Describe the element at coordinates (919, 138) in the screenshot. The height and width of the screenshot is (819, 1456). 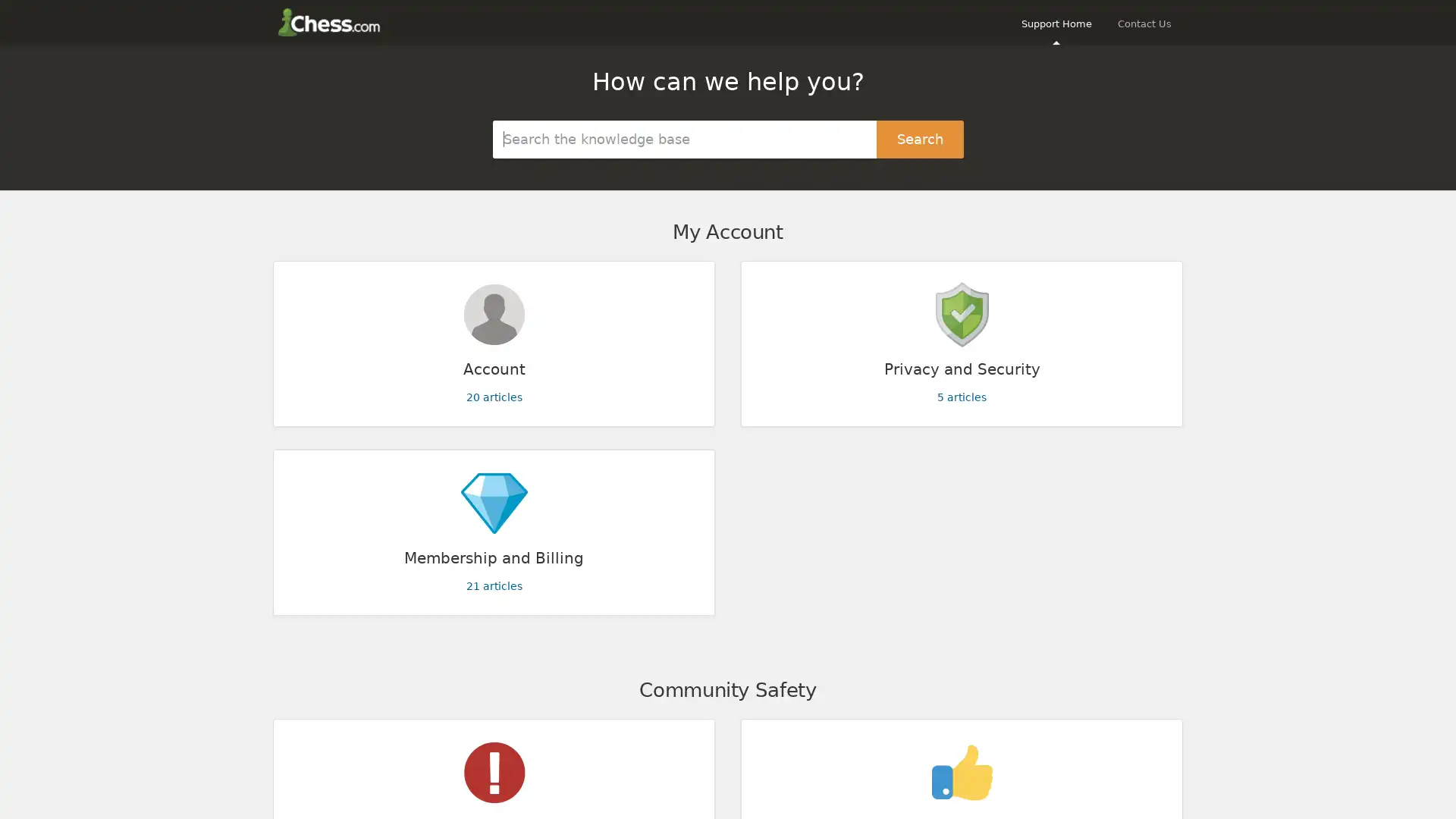
I see `Search` at that location.